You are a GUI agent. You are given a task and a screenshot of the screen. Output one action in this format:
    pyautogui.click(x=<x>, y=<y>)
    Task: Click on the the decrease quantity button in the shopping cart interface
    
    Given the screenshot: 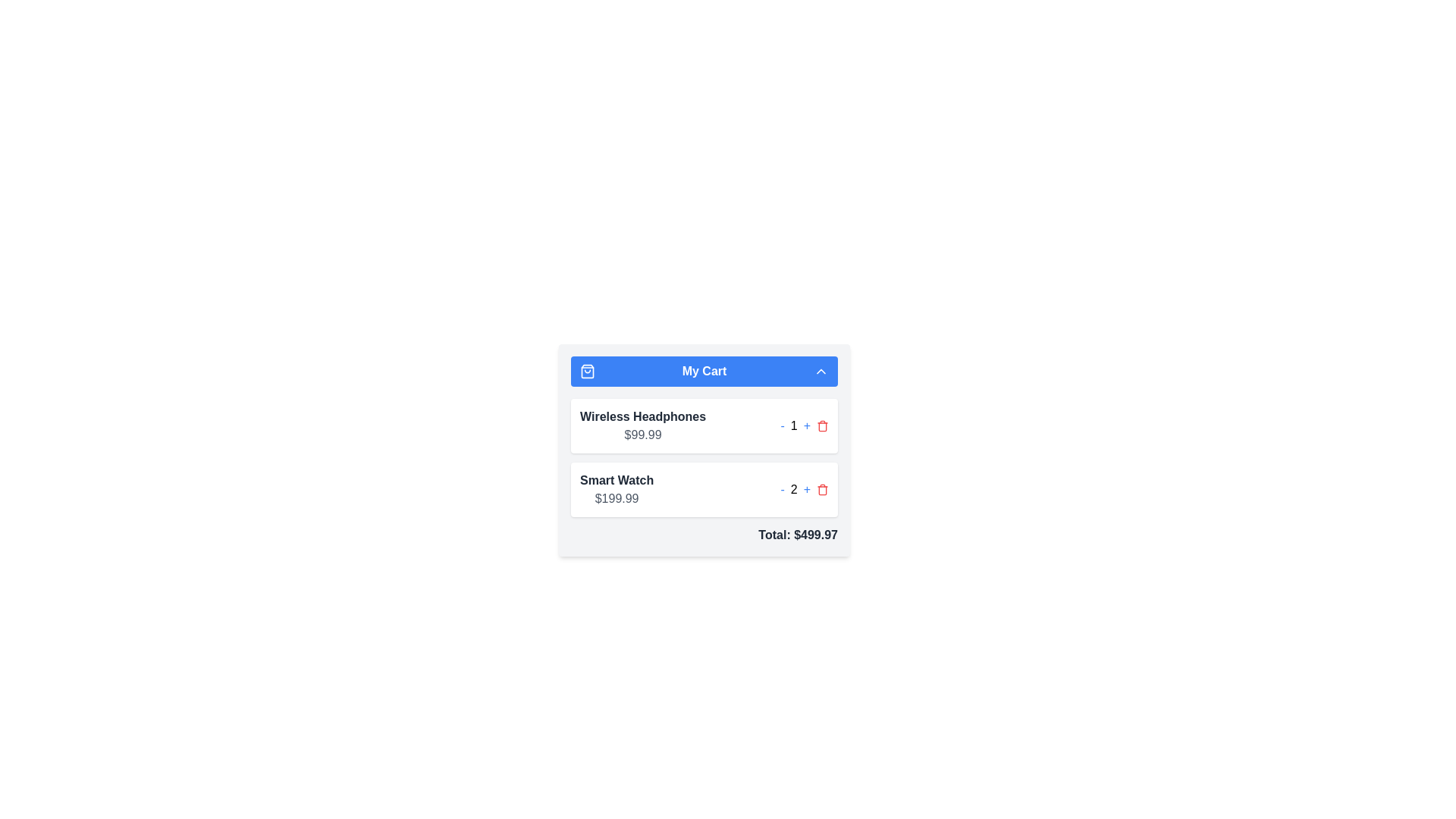 What is the action you would take?
    pyautogui.click(x=783, y=426)
    